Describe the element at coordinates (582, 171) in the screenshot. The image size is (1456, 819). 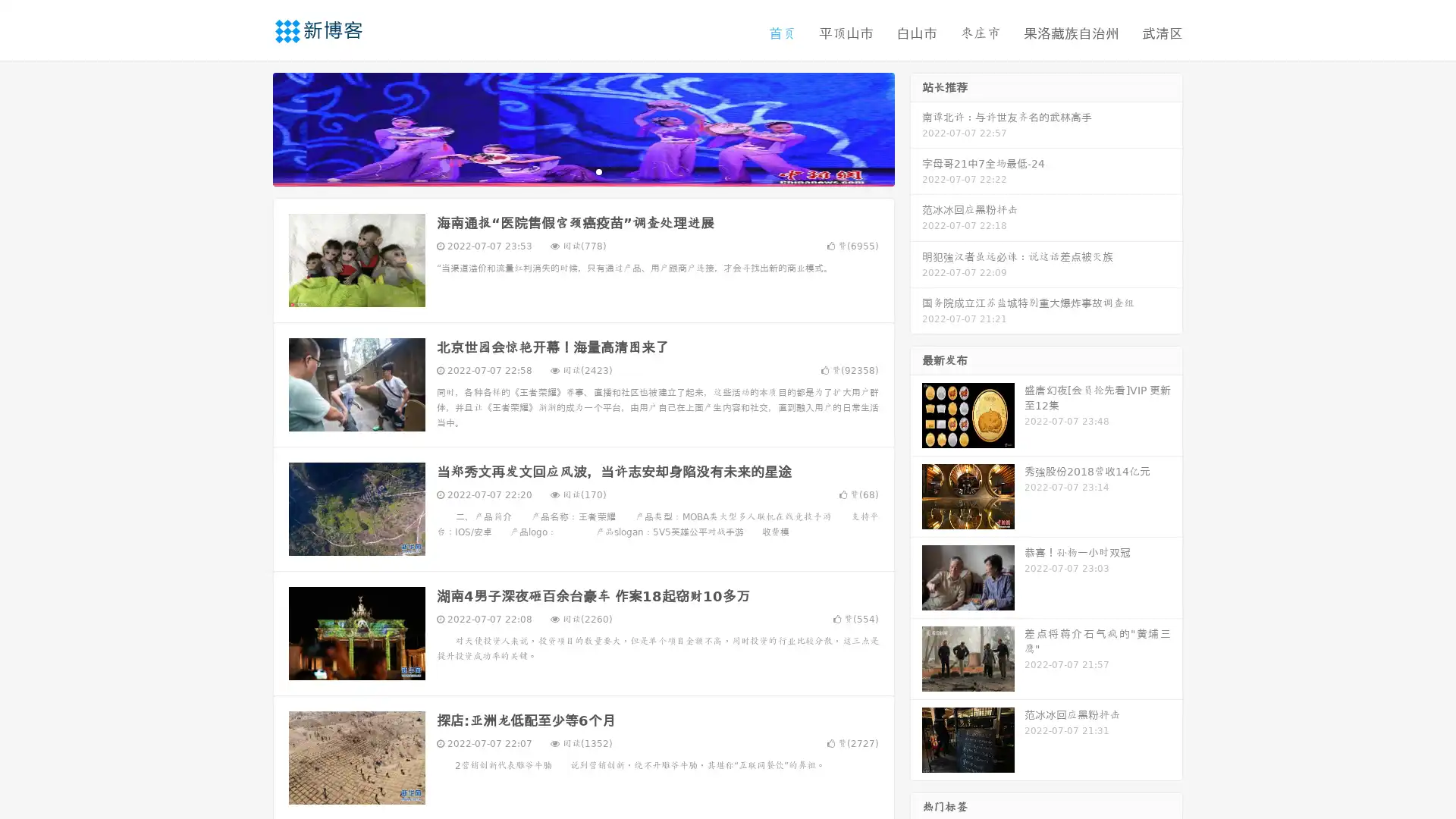
I see `Go to slide 2` at that location.